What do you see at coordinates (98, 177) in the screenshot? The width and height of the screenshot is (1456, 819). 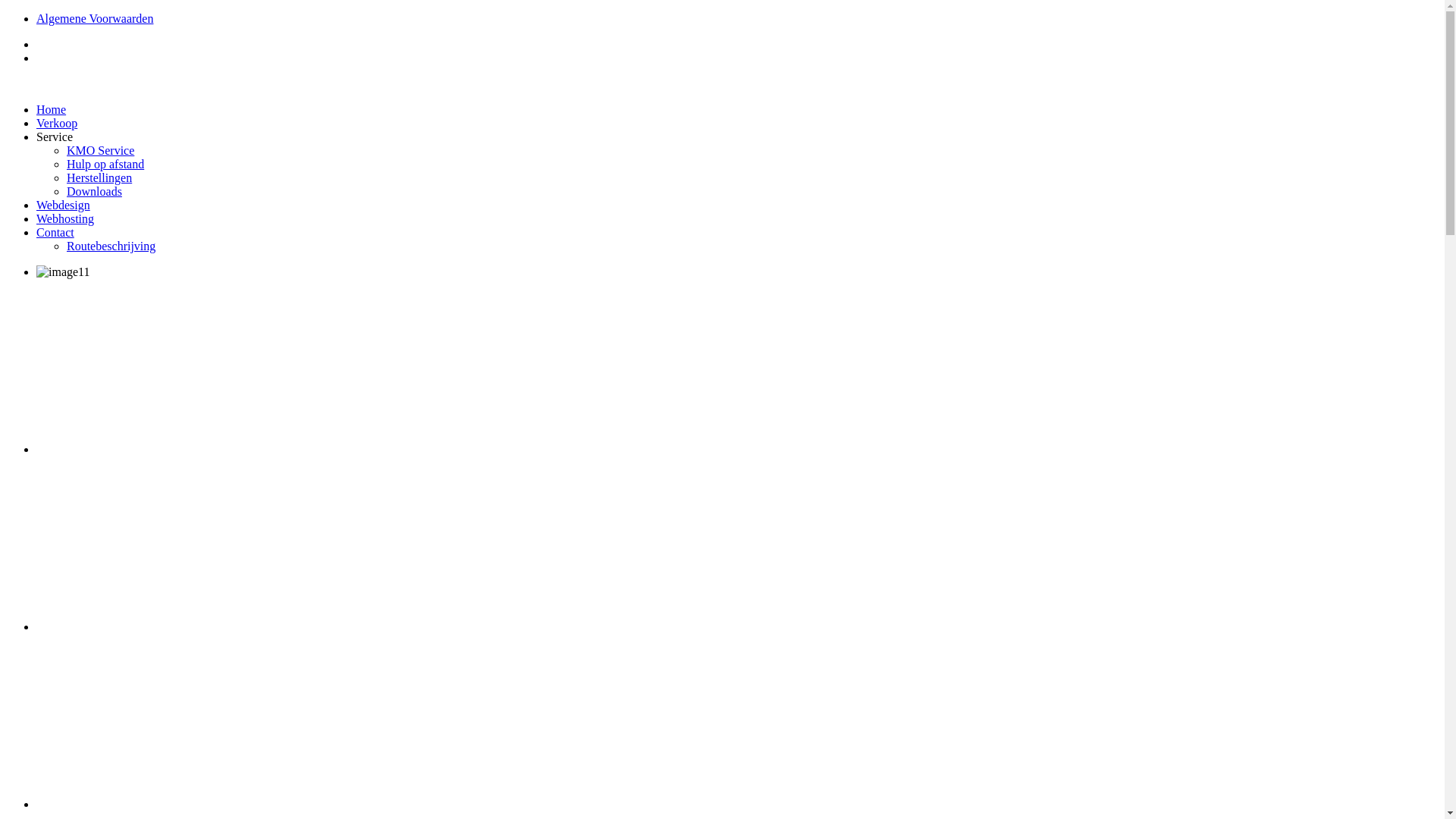 I see `'Herstellingen'` at bounding box center [98, 177].